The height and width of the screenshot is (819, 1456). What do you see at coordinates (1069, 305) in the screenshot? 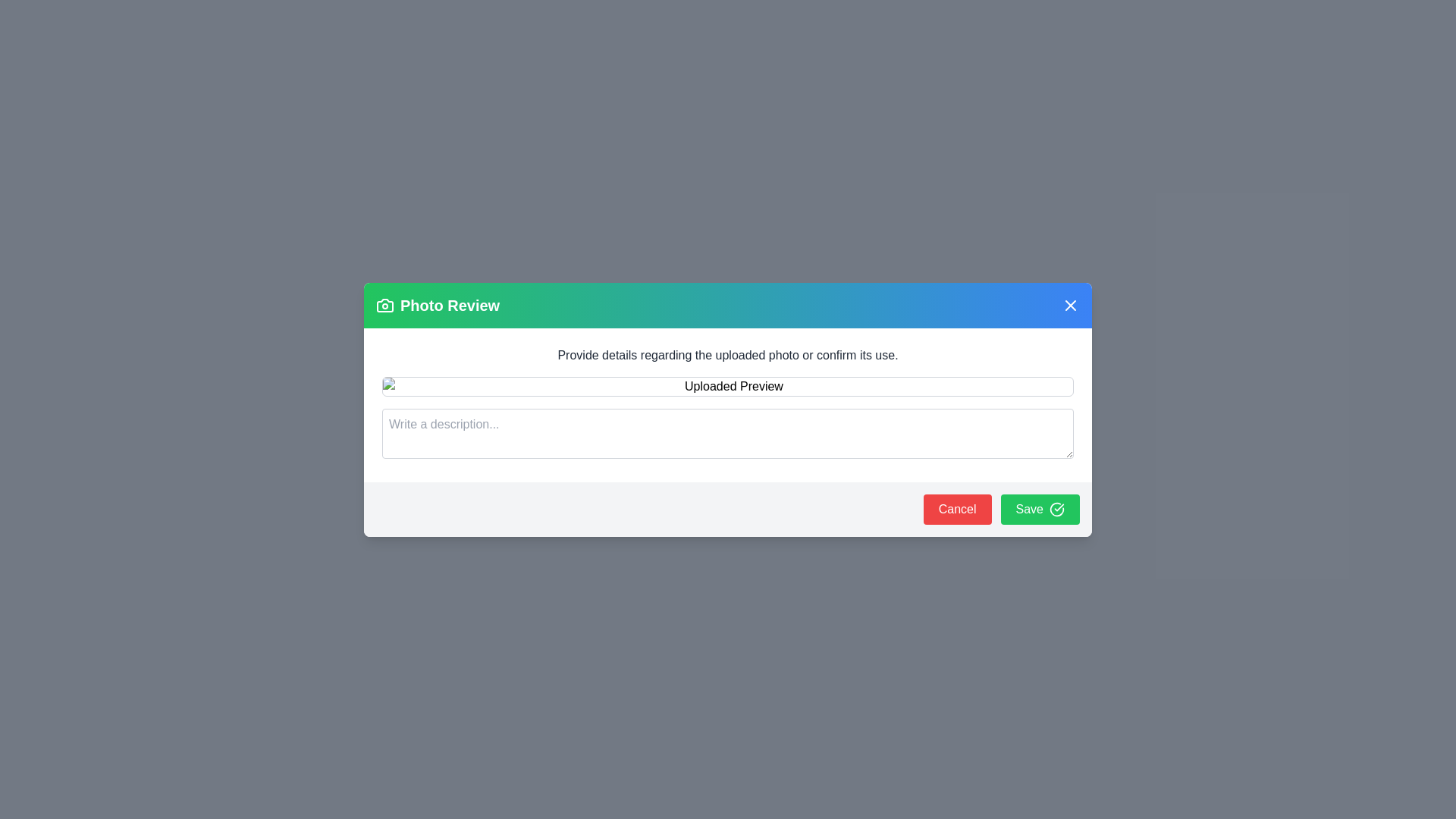
I see `the 'X' button in the top-right corner of the dialog to close it` at bounding box center [1069, 305].